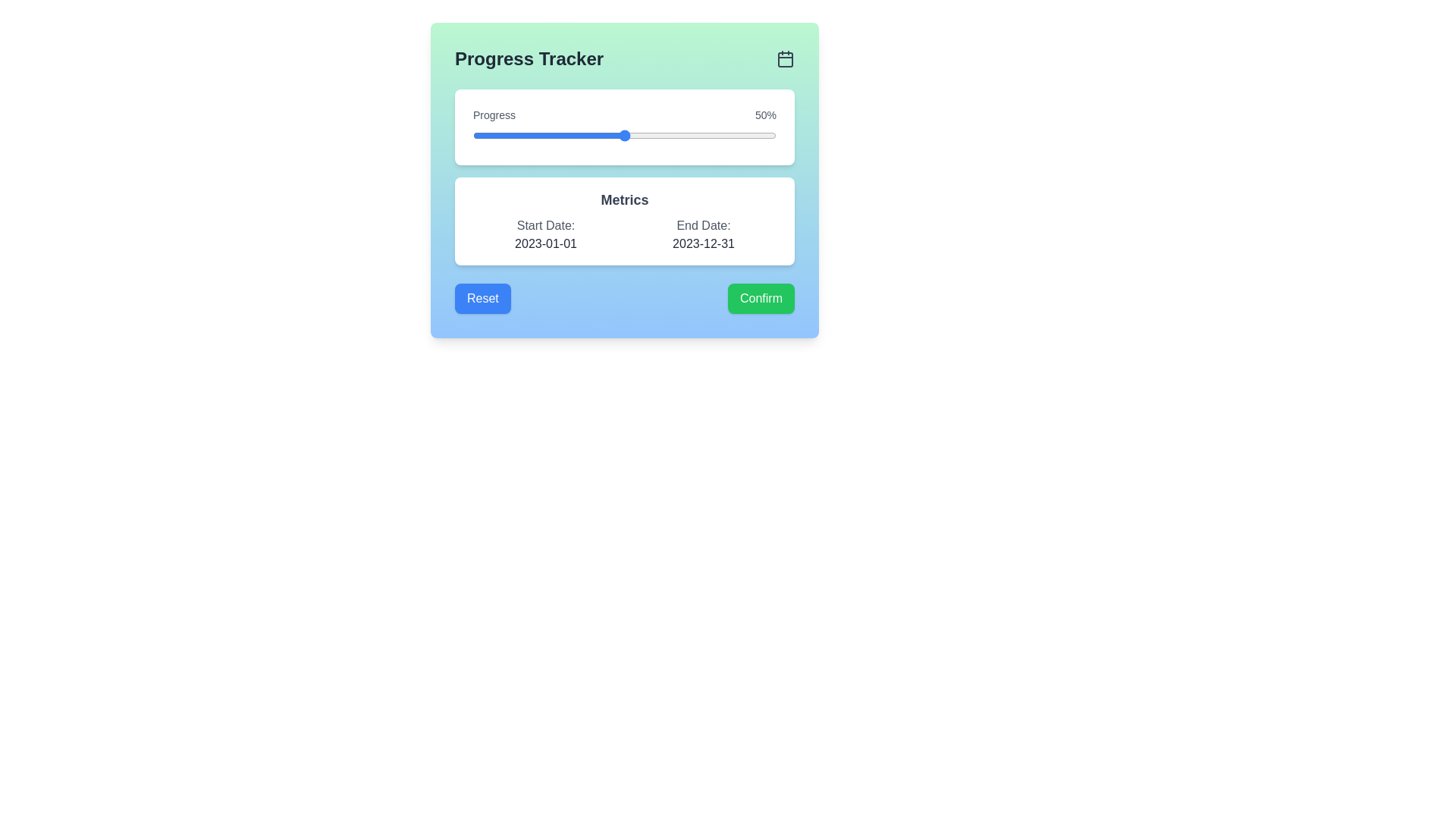 The height and width of the screenshot is (819, 1456). I want to click on the progress, so click(648, 134).